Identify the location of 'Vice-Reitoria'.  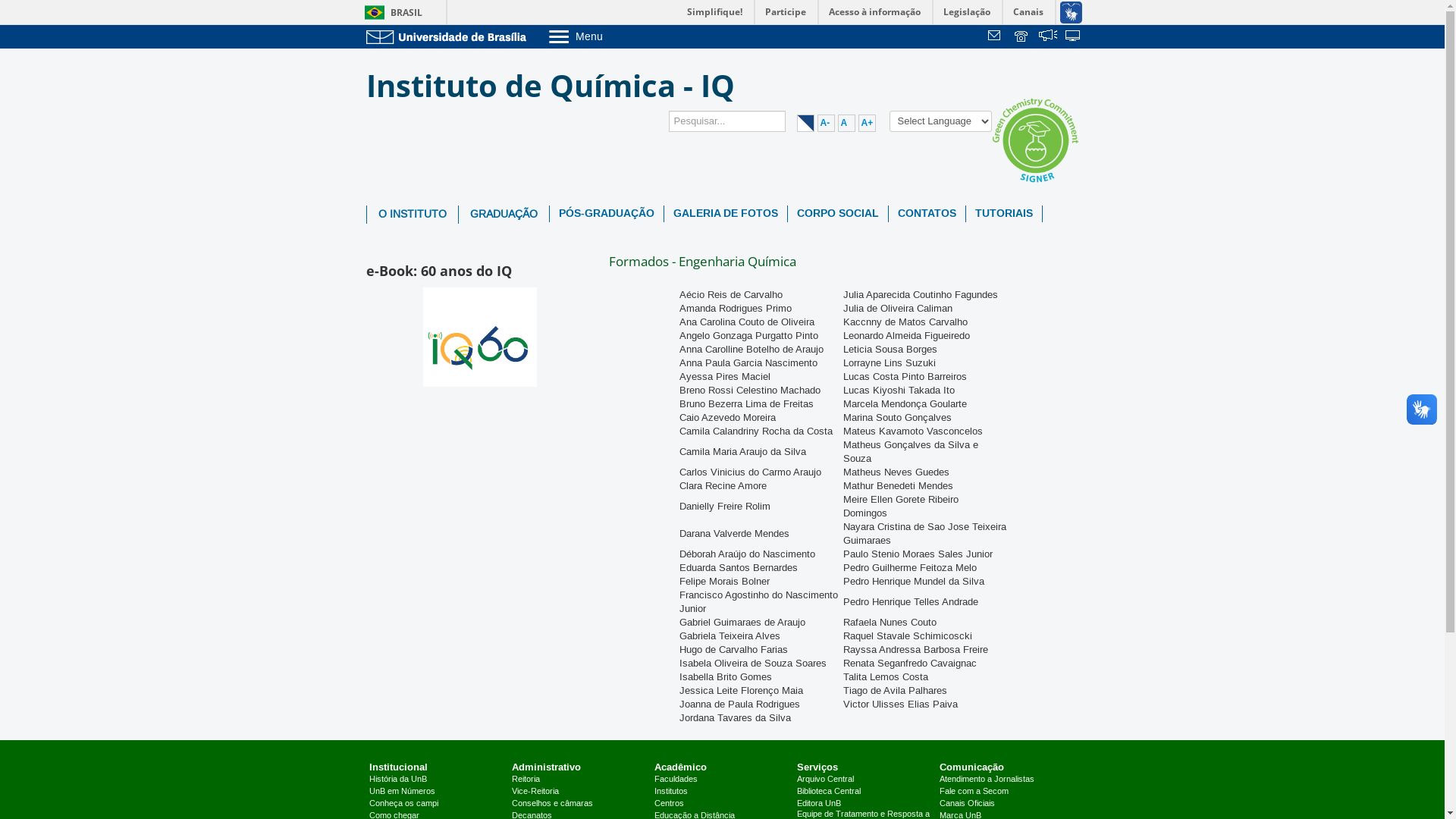
(512, 791).